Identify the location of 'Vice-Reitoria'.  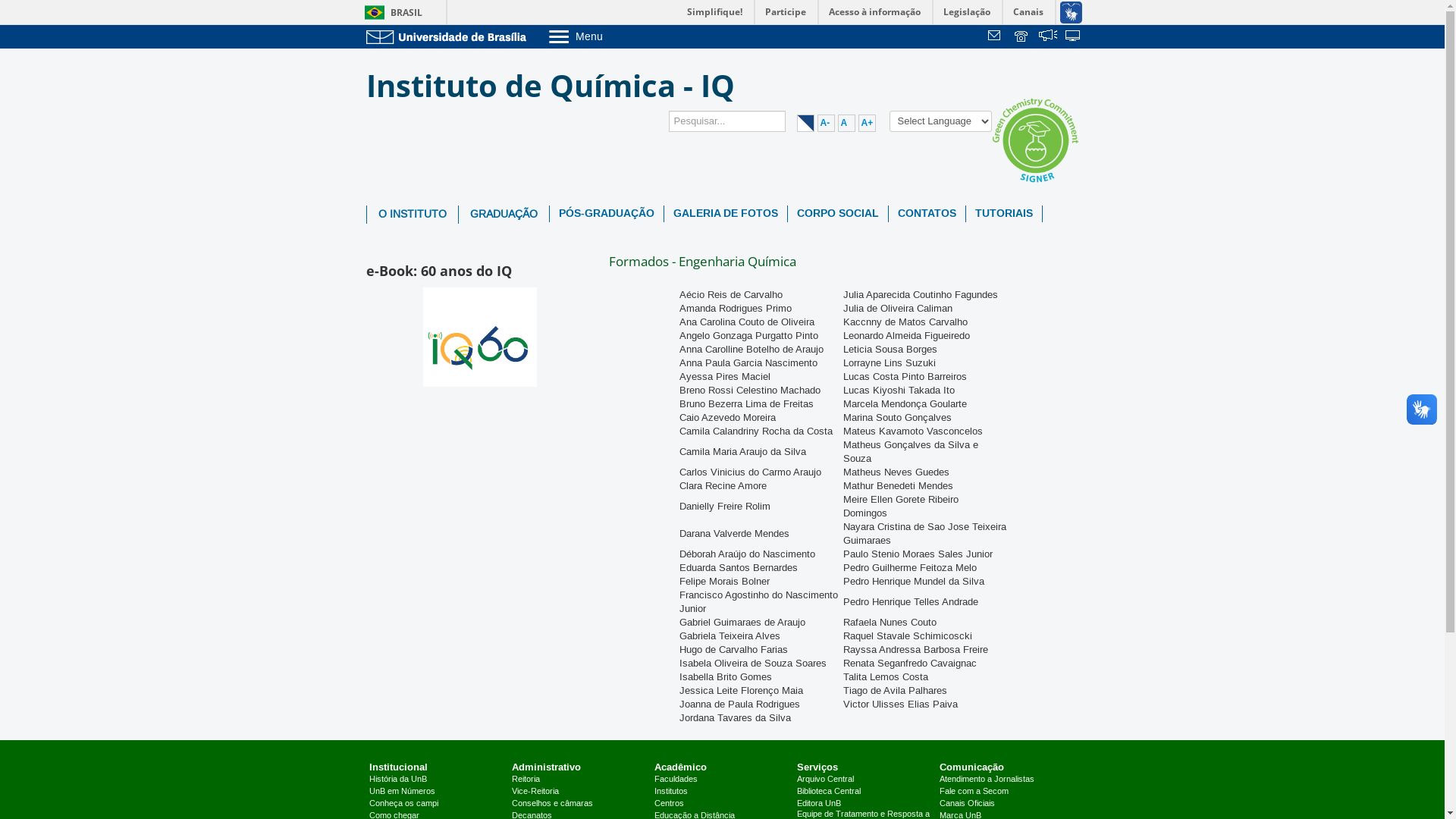
(512, 791).